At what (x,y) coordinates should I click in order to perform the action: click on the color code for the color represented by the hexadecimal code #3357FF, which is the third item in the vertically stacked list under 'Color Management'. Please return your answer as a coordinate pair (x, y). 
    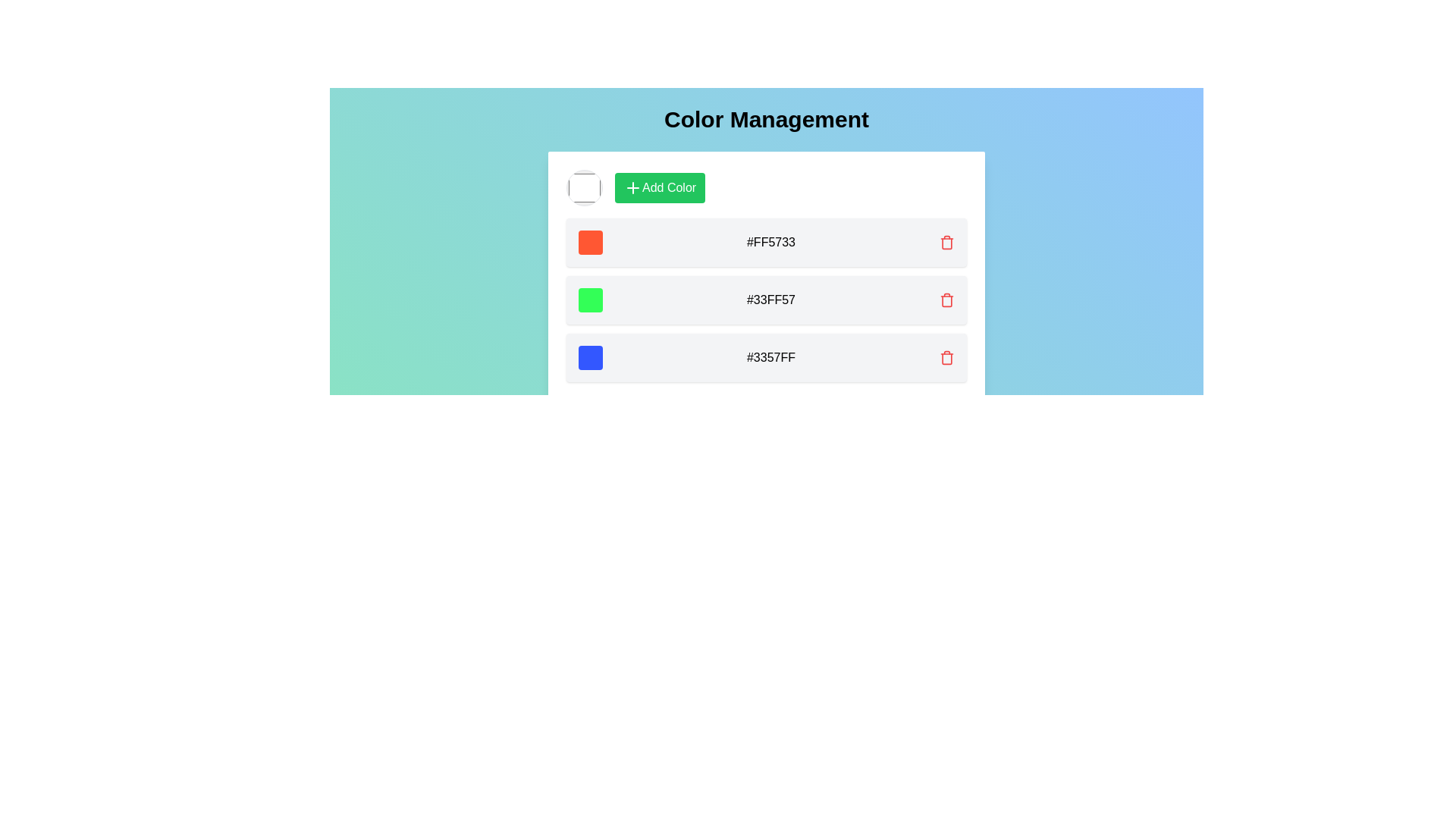
    Looking at the image, I should click on (767, 357).